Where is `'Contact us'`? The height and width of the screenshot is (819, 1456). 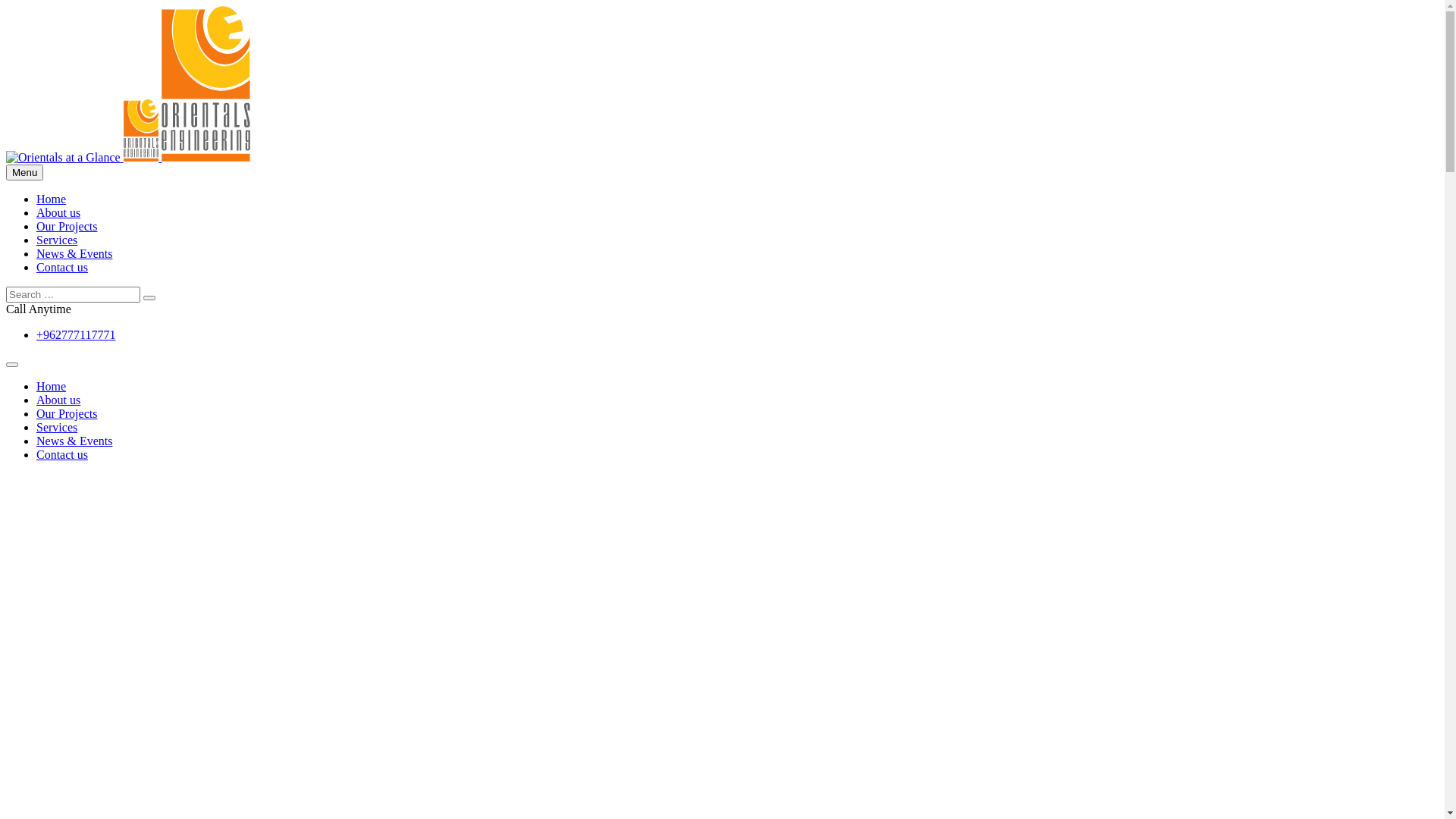 'Contact us' is located at coordinates (61, 453).